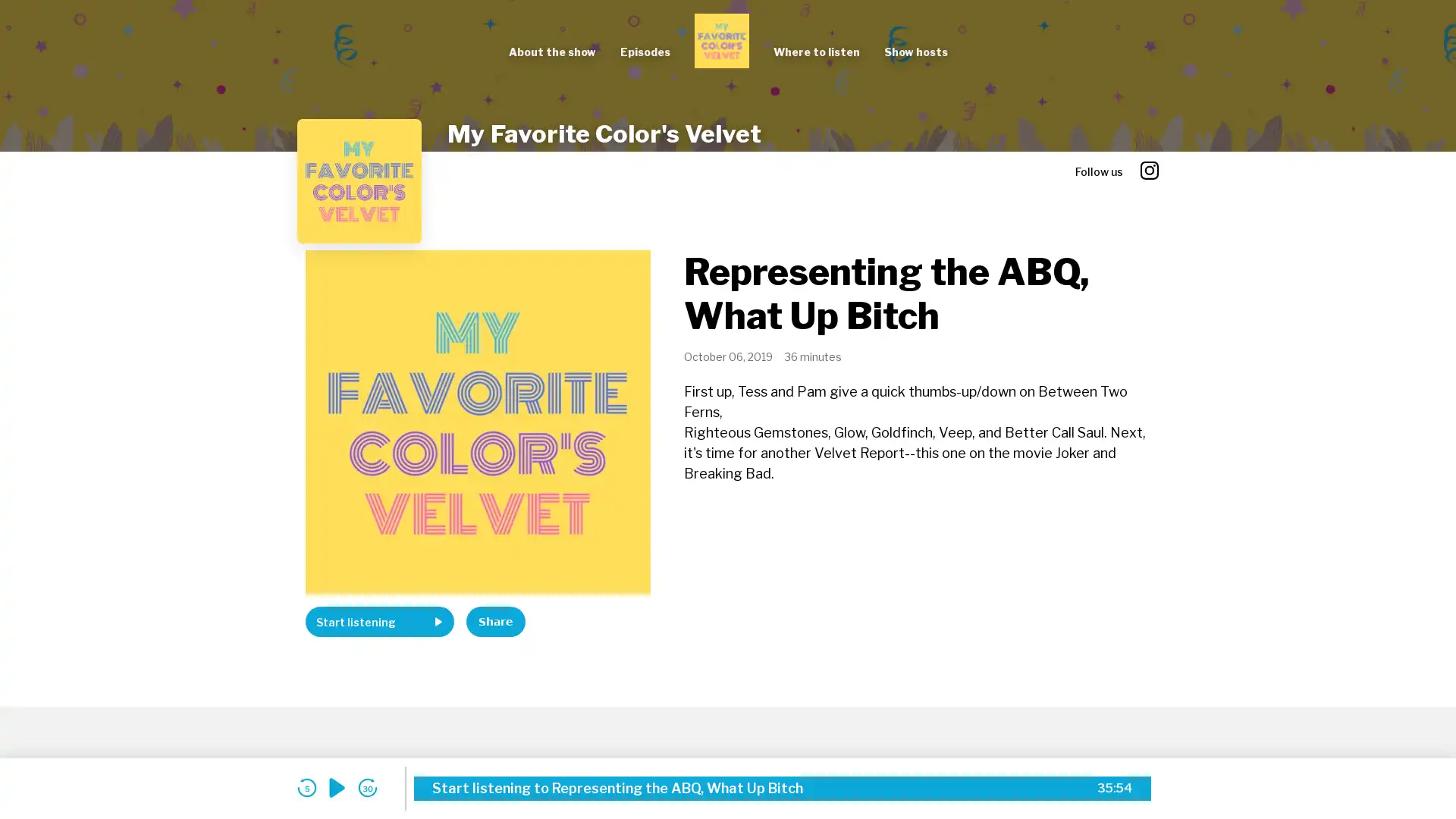 The width and height of the screenshot is (1456, 819). Describe the element at coordinates (337, 787) in the screenshot. I see `play audio` at that location.